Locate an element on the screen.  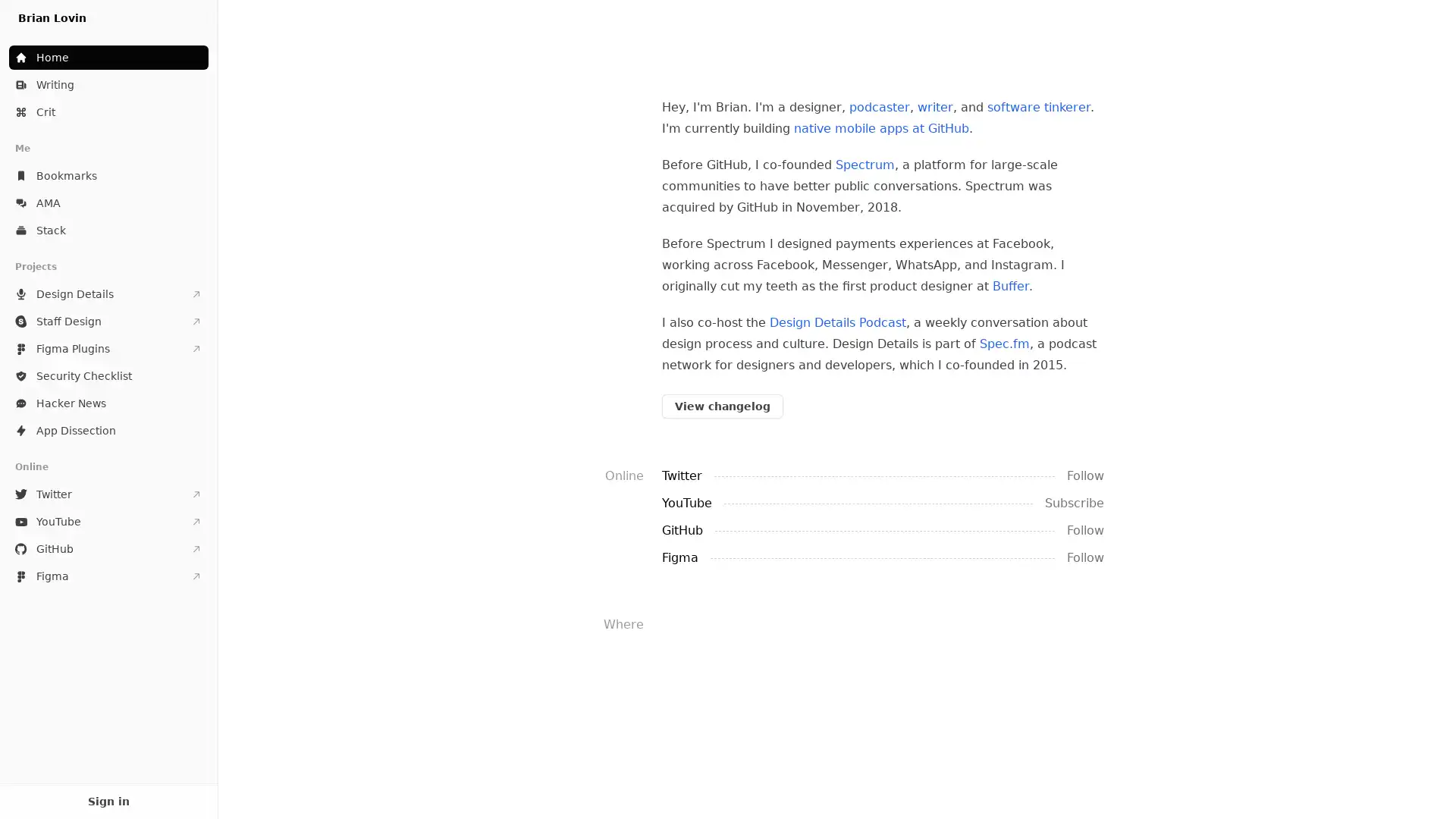
Sign in is located at coordinates (108, 800).